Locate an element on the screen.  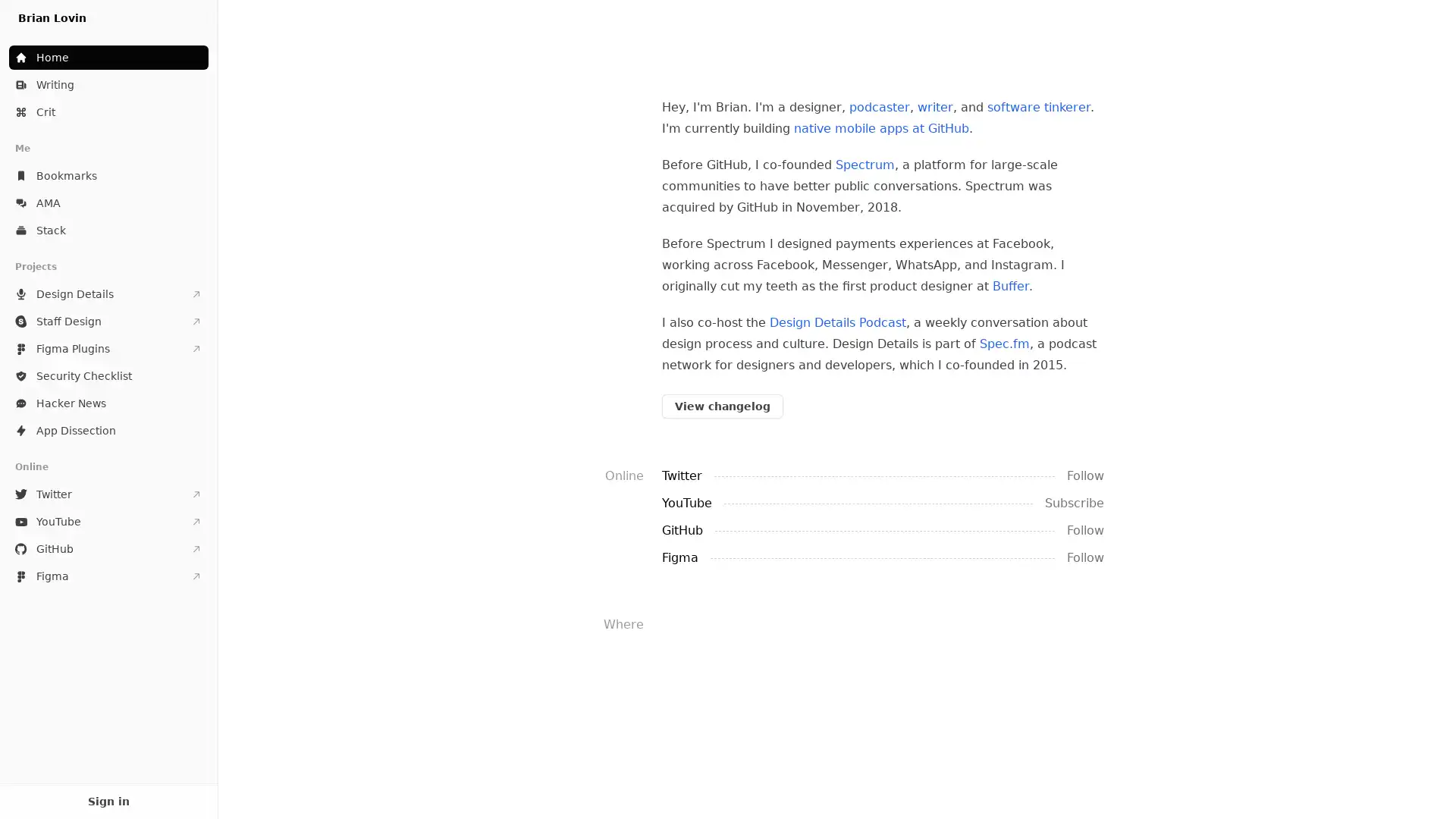
Sign in is located at coordinates (108, 800).